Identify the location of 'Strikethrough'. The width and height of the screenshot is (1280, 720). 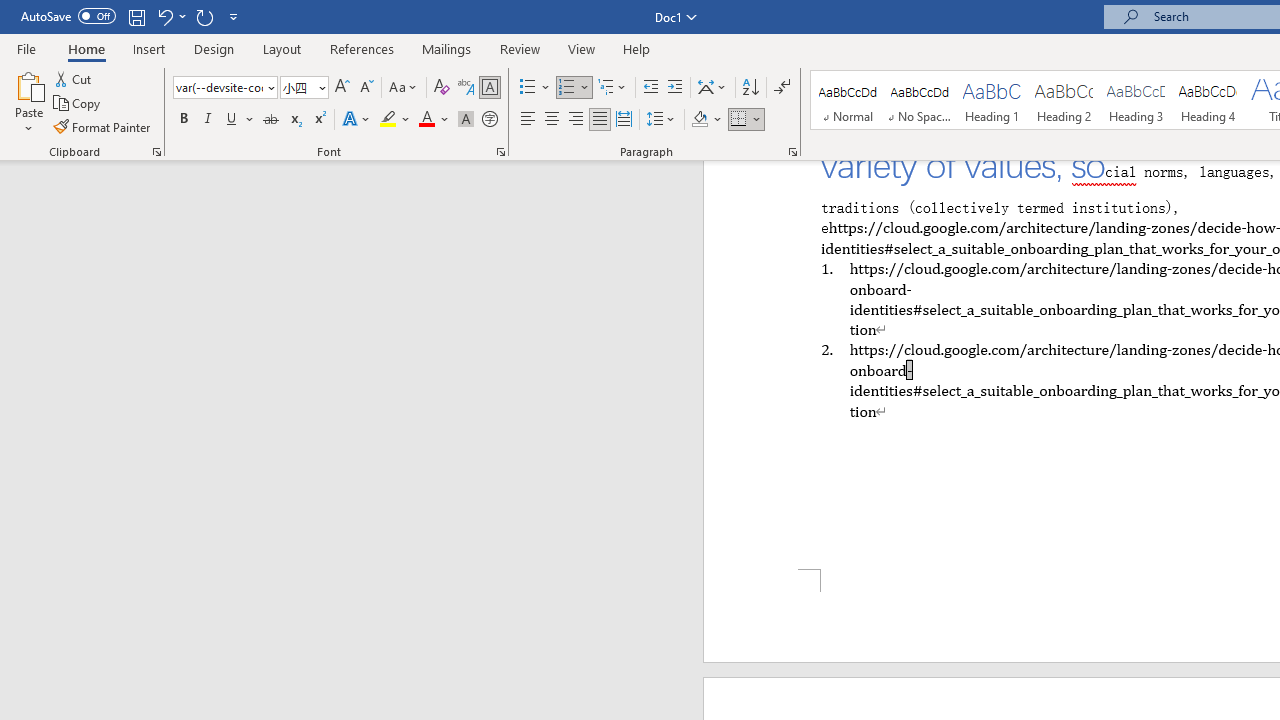
(269, 119).